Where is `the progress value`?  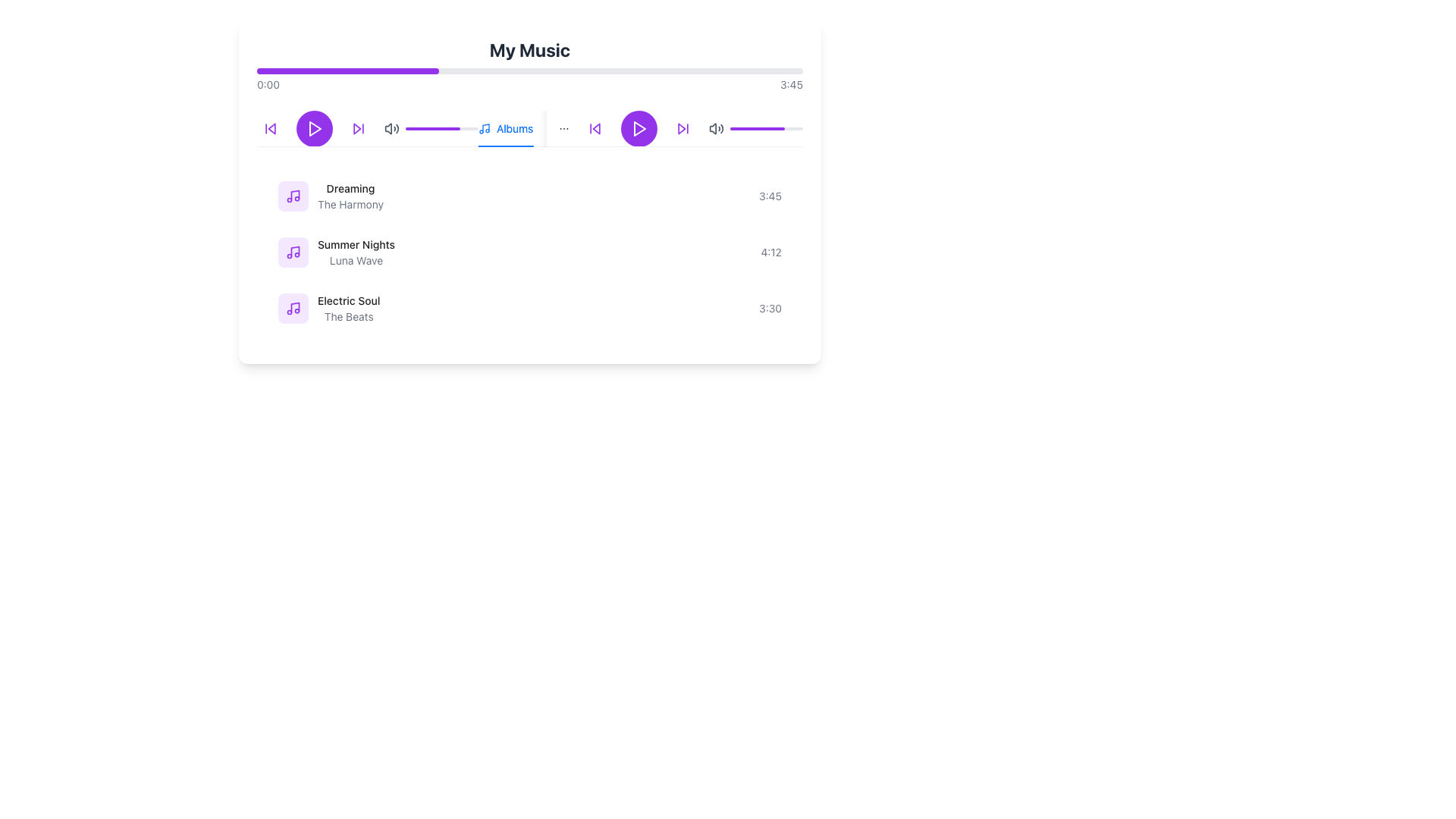
the progress value is located at coordinates (427, 127).